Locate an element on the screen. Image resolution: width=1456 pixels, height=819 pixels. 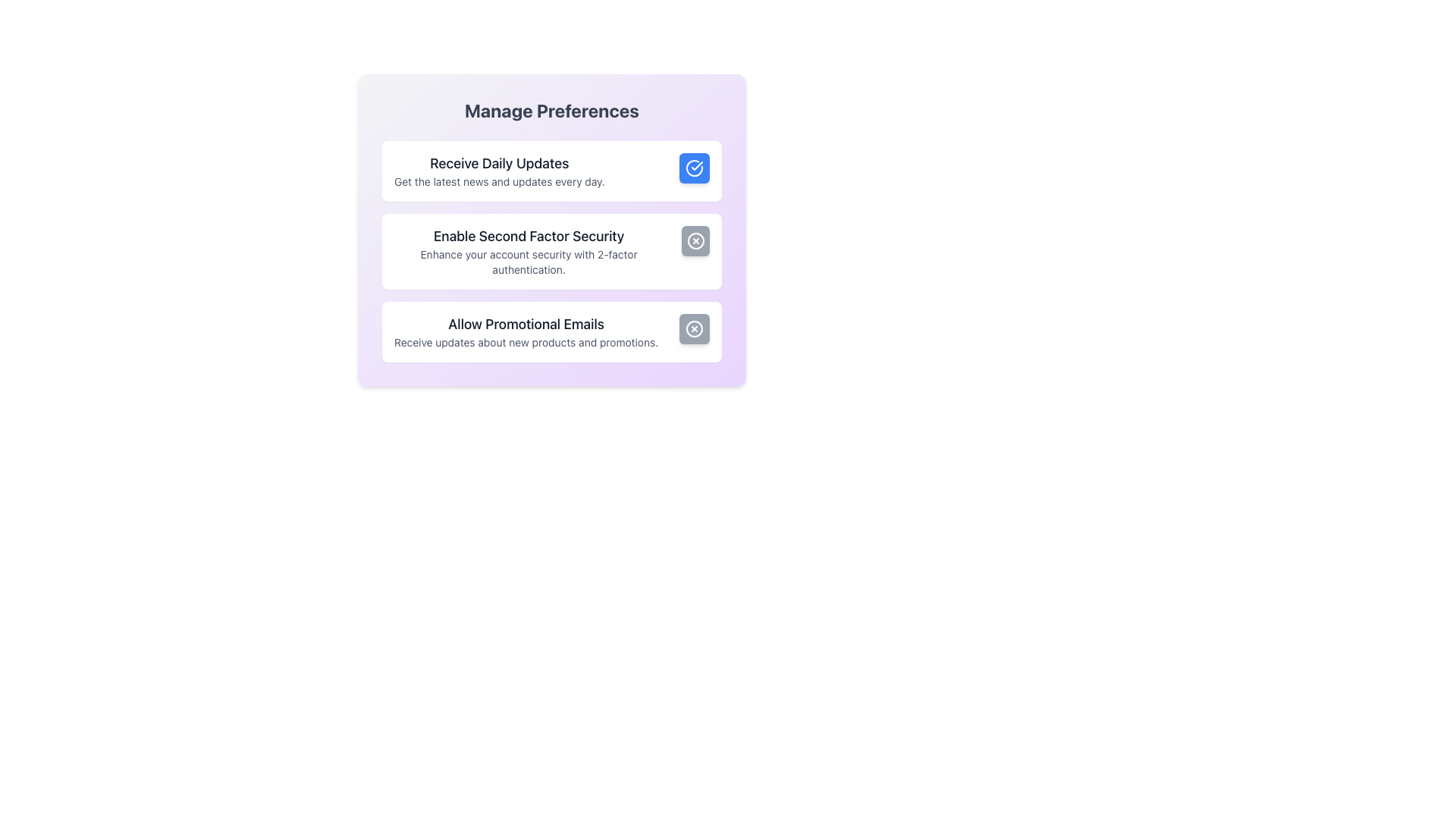
the checkmark icon inside a blue circle located to the right of the 'Receive Daily Updates' text in the 'Manage Preferences' section is located at coordinates (694, 168).